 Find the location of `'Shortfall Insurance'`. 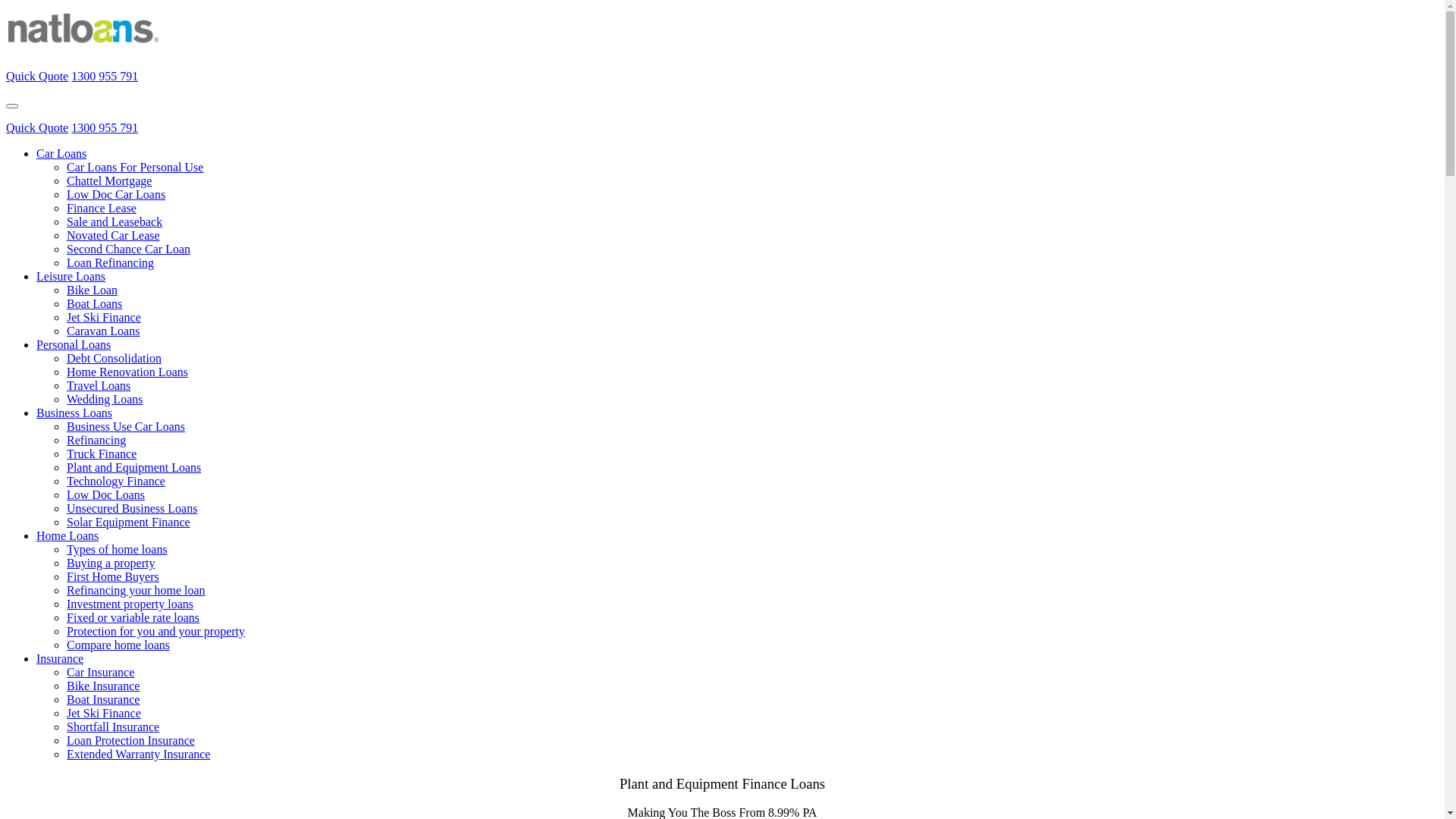

'Shortfall Insurance' is located at coordinates (65, 726).